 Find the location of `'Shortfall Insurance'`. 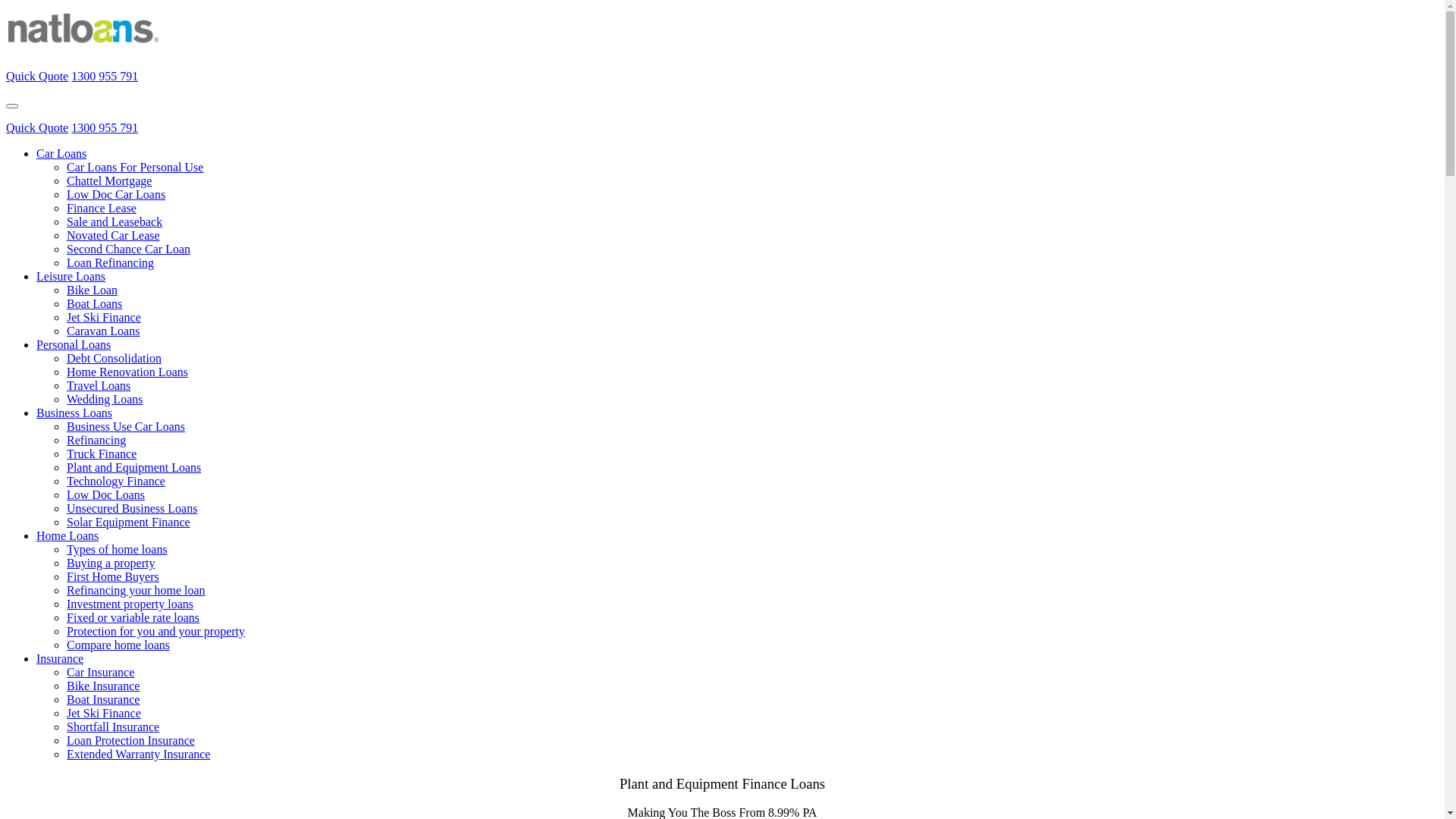

'Shortfall Insurance' is located at coordinates (65, 726).